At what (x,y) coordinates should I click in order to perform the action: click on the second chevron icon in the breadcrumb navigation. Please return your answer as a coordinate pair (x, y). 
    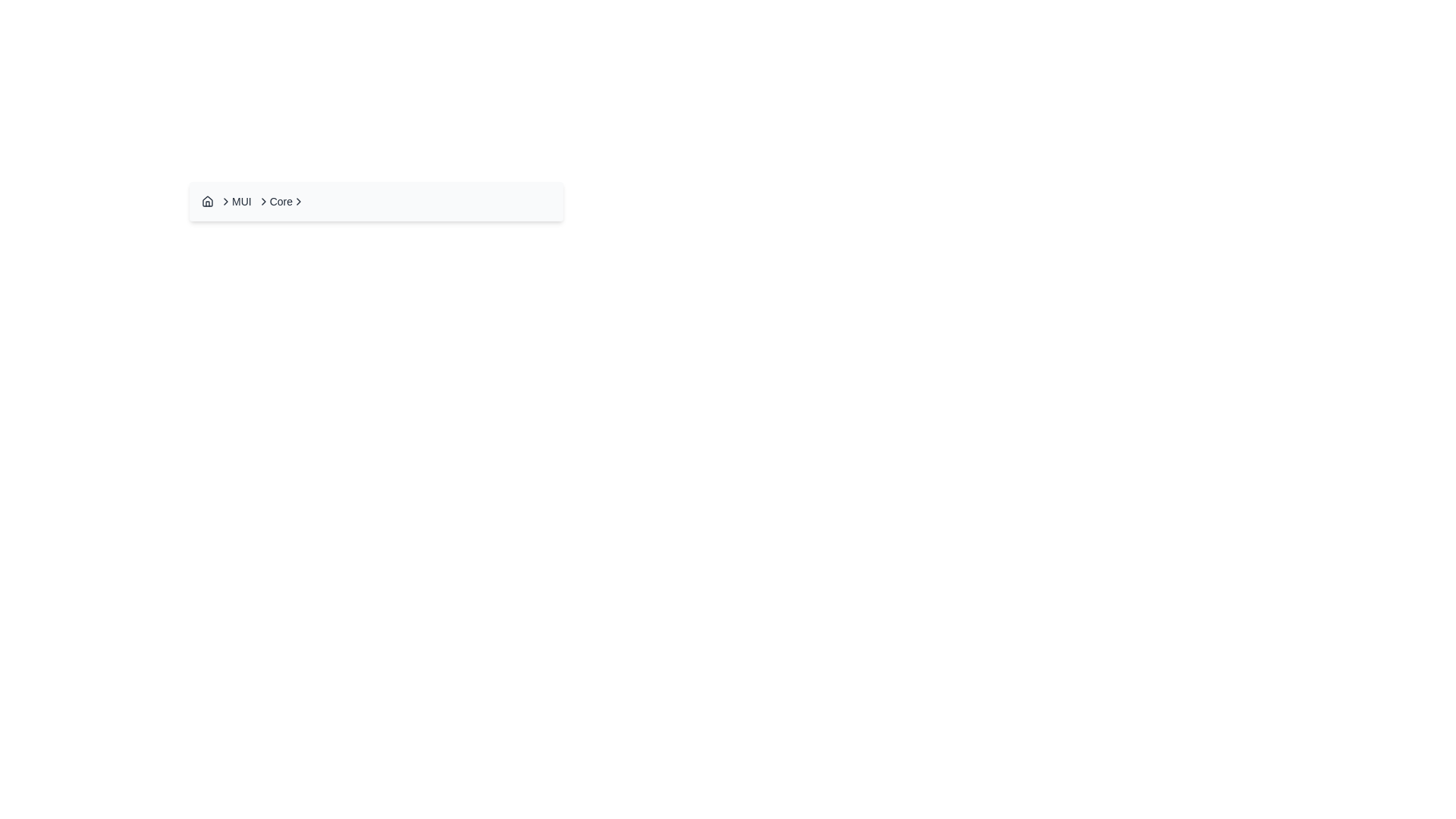
    Looking at the image, I should click on (263, 201).